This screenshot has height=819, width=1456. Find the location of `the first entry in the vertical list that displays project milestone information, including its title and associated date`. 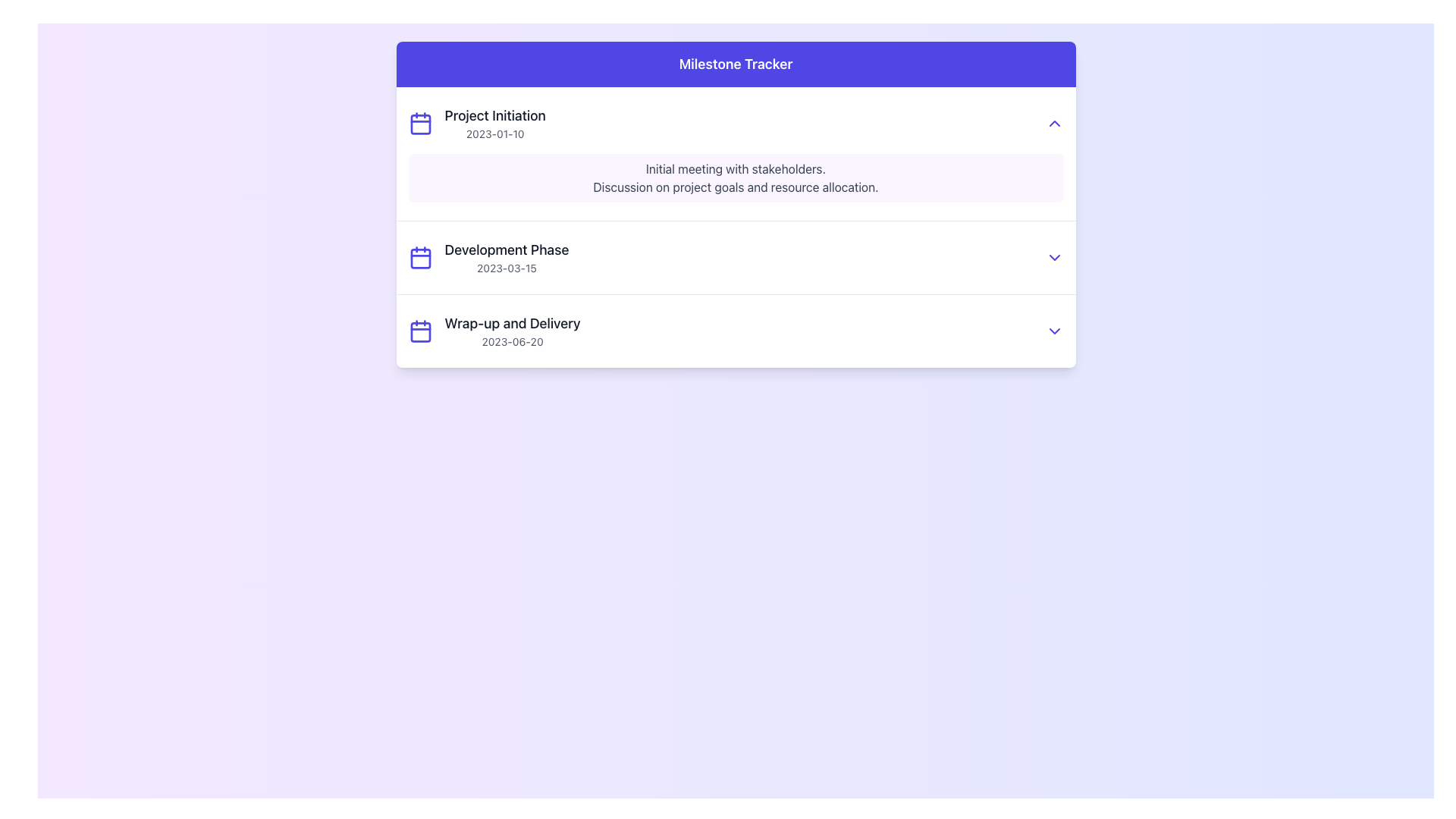

the first entry in the vertical list that displays project milestone information, including its title and associated date is located at coordinates (495, 122).